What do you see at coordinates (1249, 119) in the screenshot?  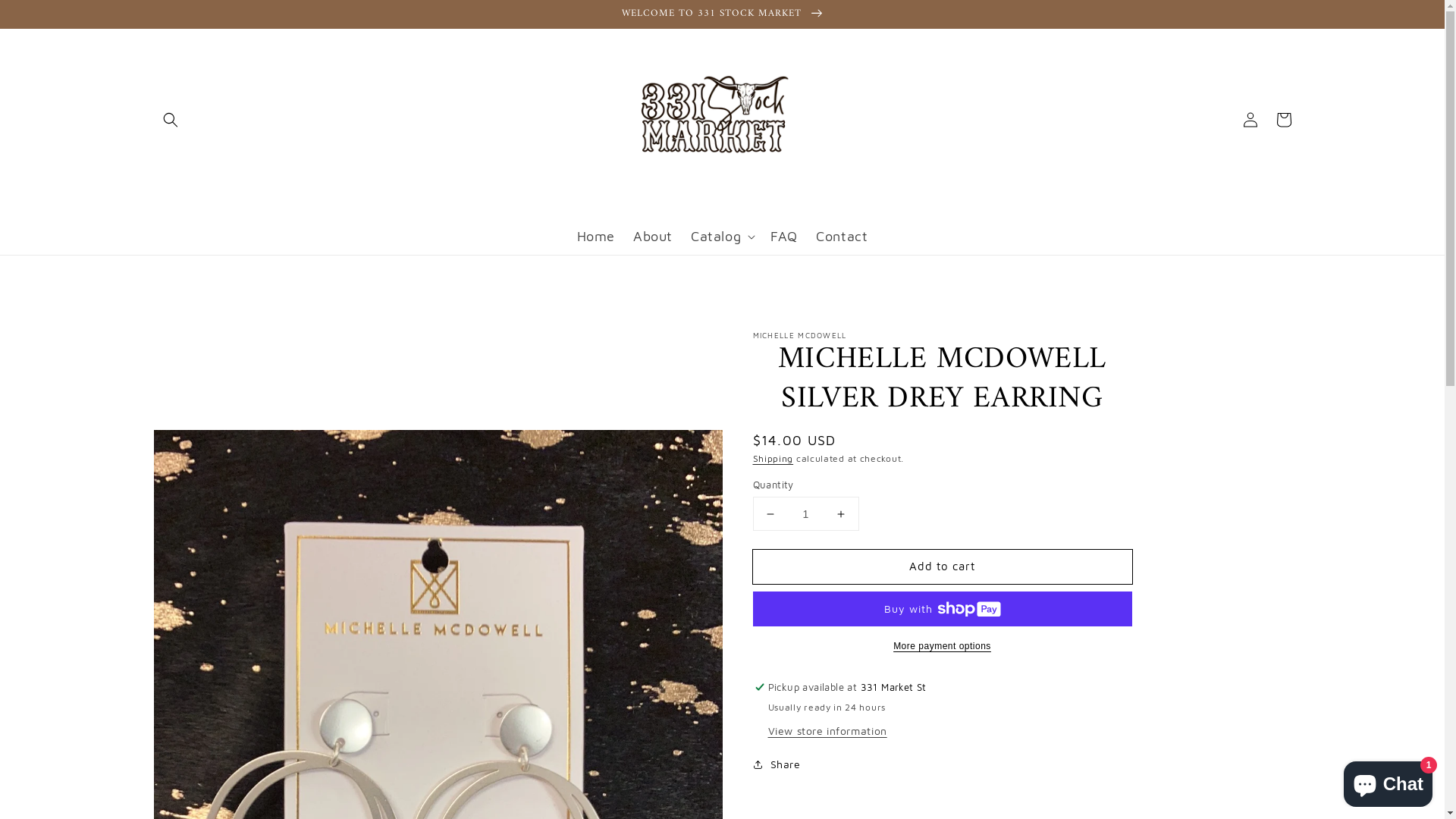 I see `'Log in'` at bounding box center [1249, 119].